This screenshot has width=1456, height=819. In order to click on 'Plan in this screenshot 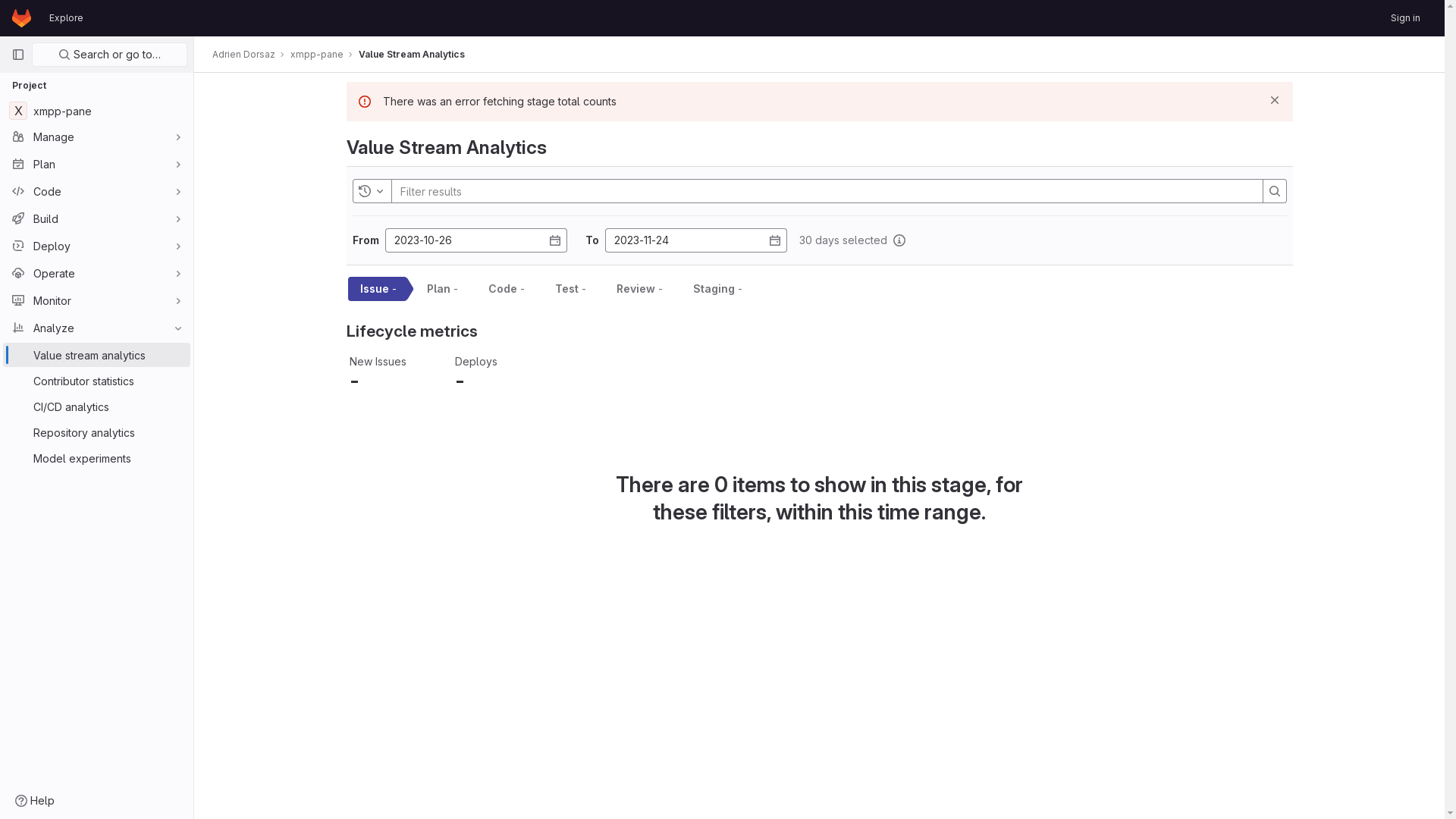, I will do `click(438, 289)`.